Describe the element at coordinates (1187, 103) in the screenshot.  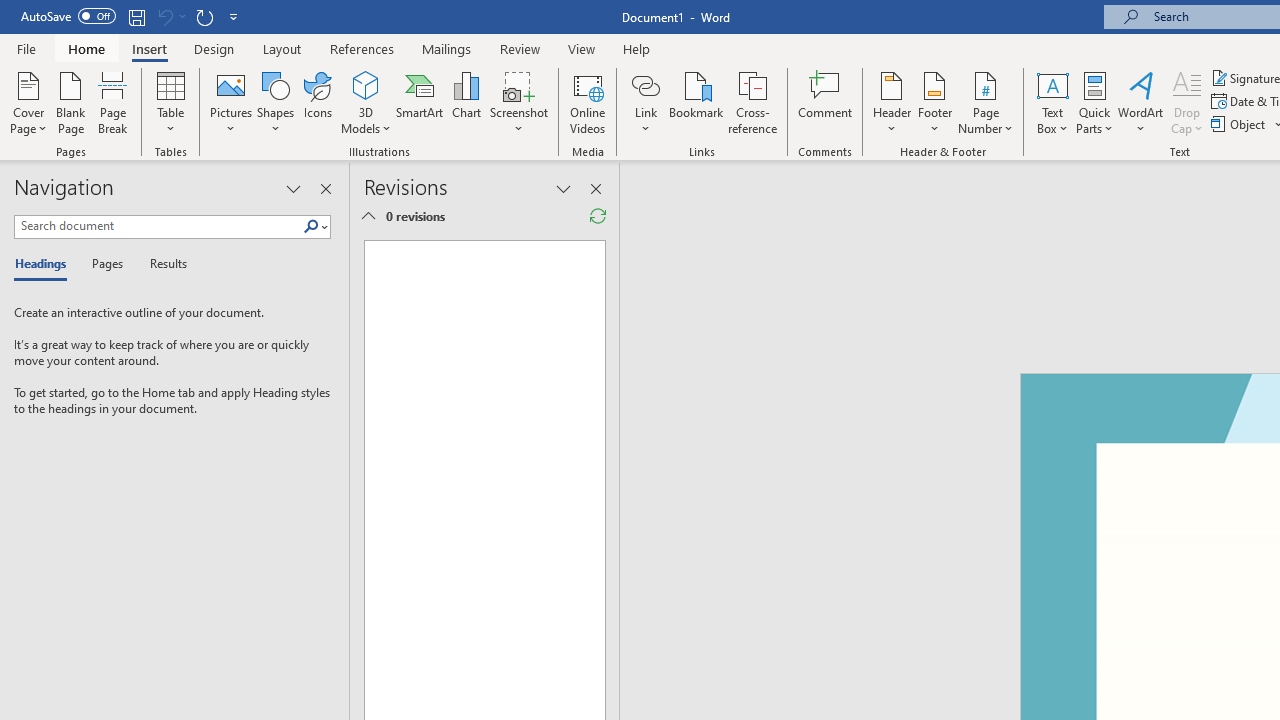
I see `'Drop Cap'` at that location.